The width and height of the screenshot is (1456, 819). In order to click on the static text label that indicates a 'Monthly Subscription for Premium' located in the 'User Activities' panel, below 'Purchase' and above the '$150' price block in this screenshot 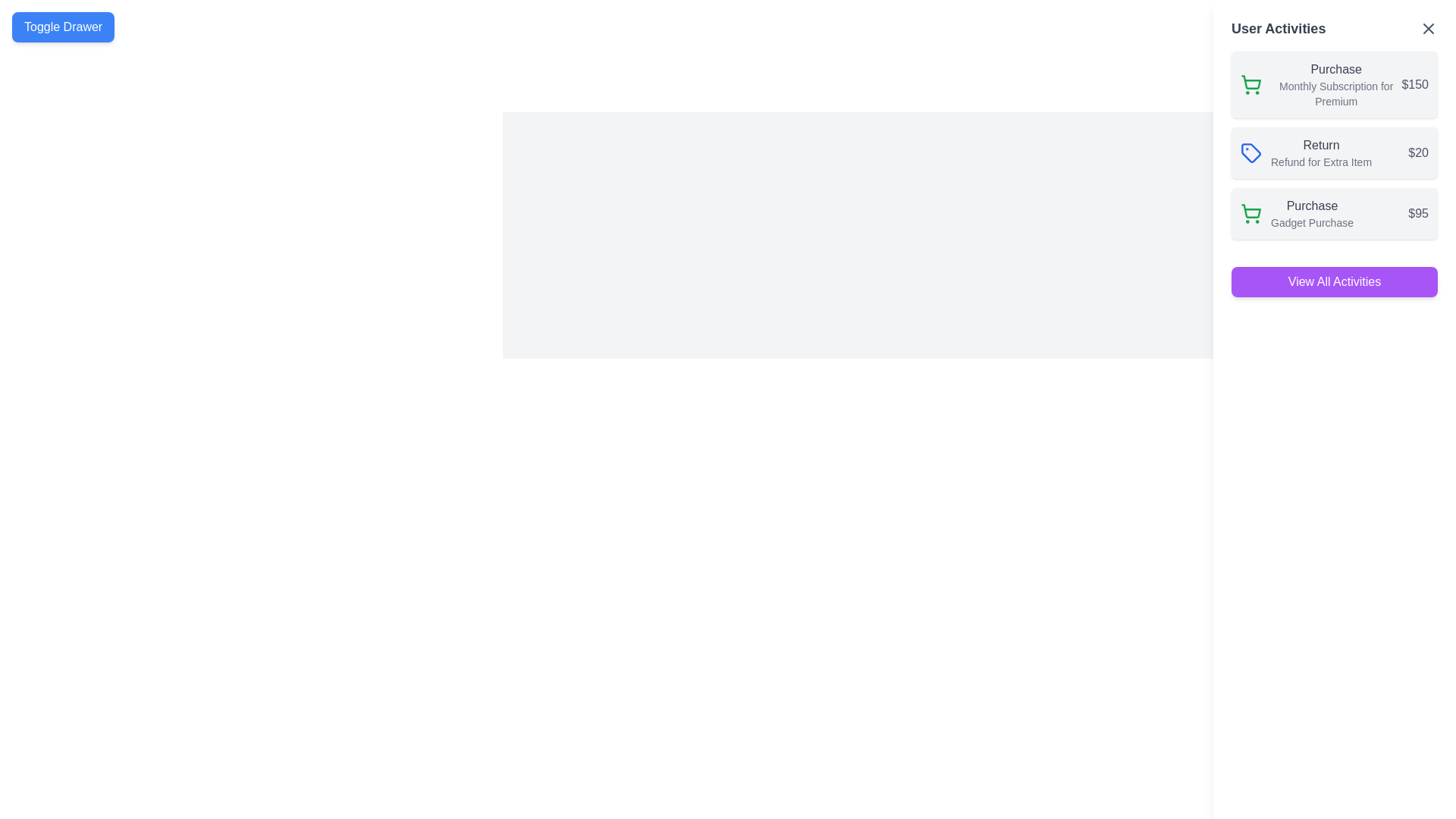, I will do `click(1336, 93)`.